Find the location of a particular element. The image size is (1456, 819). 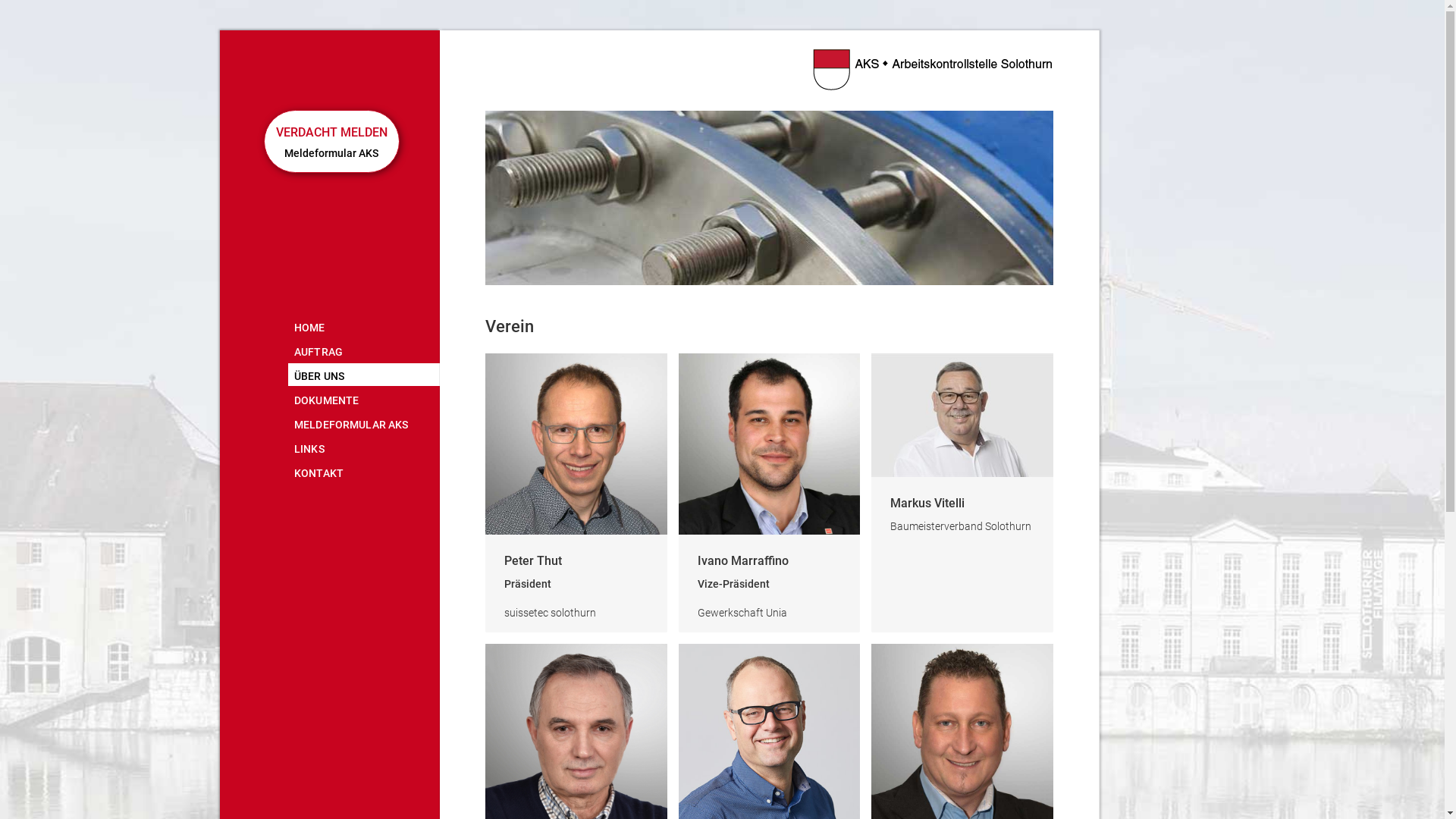

'VERDACHT MELDEN is located at coordinates (331, 141).